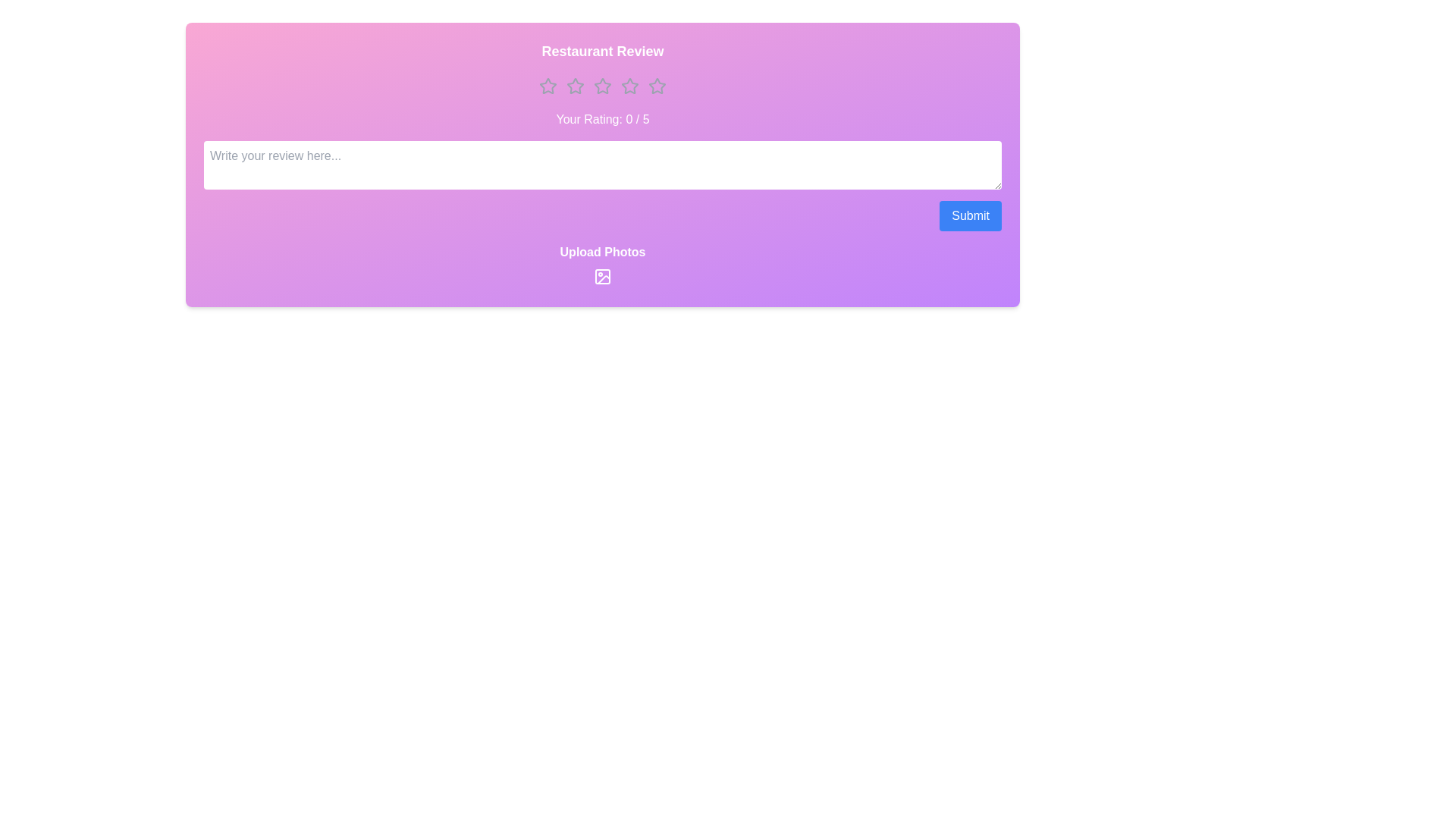 This screenshot has width=1456, height=819. What do you see at coordinates (574, 86) in the screenshot?
I see `the rating to 2 stars by clicking on the respective star` at bounding box center [574, 86].